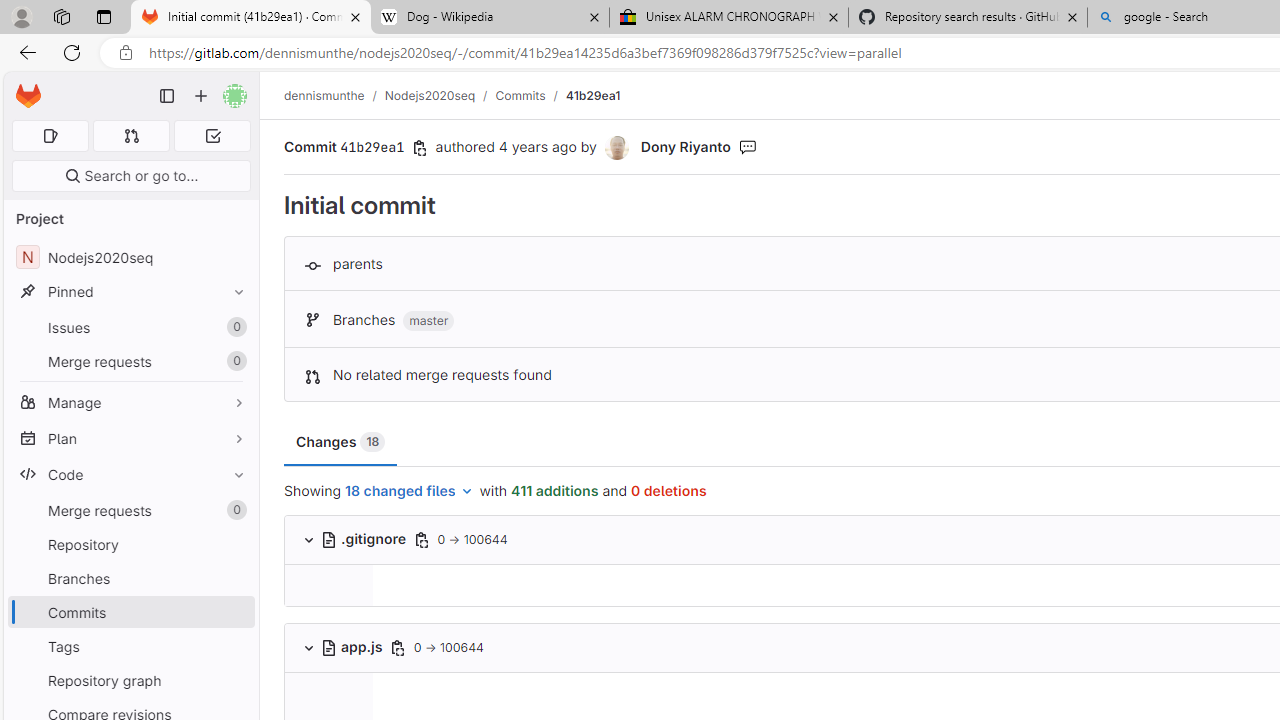 The width and height of the screenshot is (1280, 720). I want to click on 'N Nodejs2020seq', so click(130, 256).